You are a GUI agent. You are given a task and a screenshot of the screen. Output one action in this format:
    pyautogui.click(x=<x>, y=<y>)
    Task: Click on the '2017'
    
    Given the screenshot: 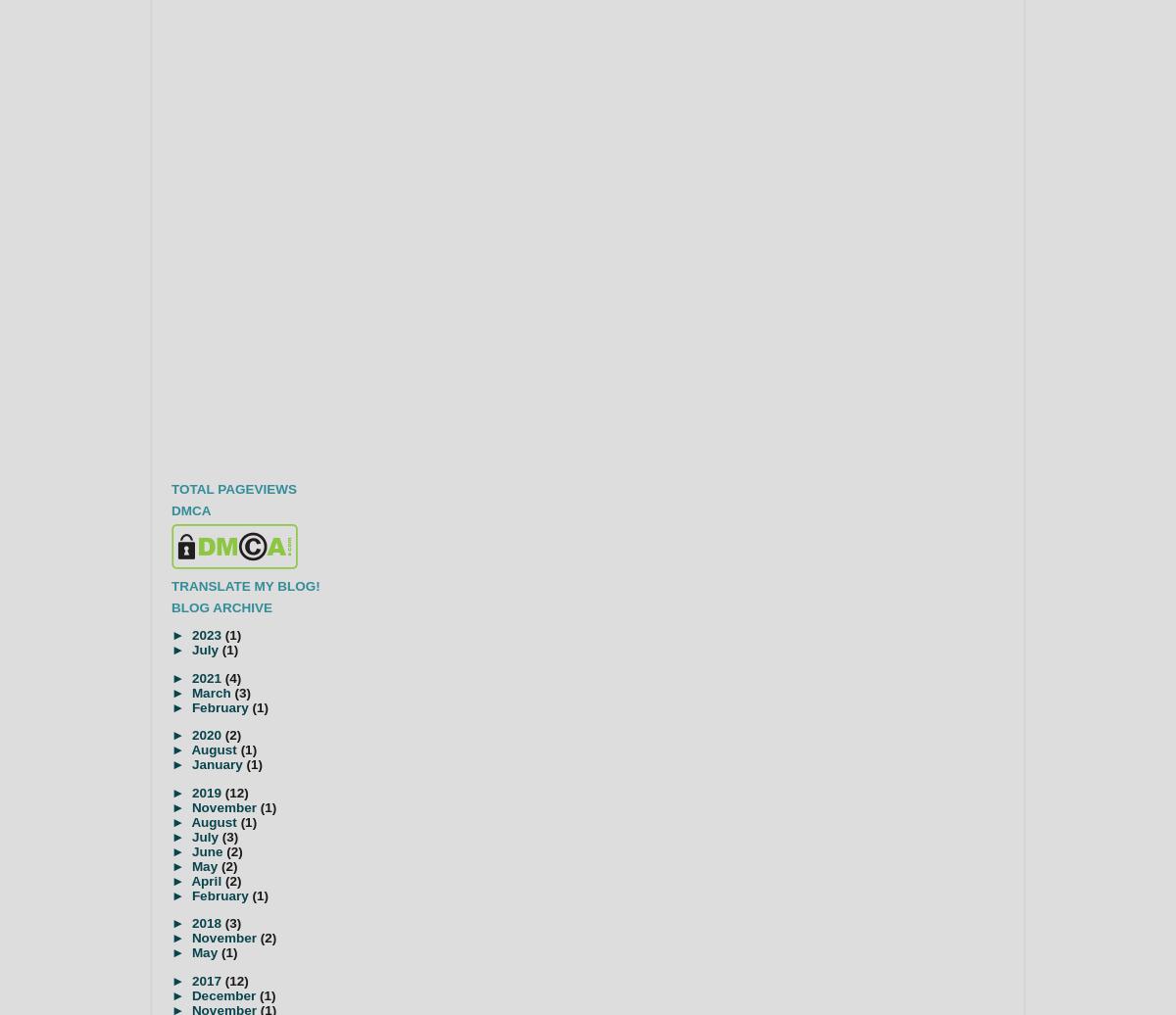 What is the action you would take?
    pyautogui.click(x=207, y=980)
    